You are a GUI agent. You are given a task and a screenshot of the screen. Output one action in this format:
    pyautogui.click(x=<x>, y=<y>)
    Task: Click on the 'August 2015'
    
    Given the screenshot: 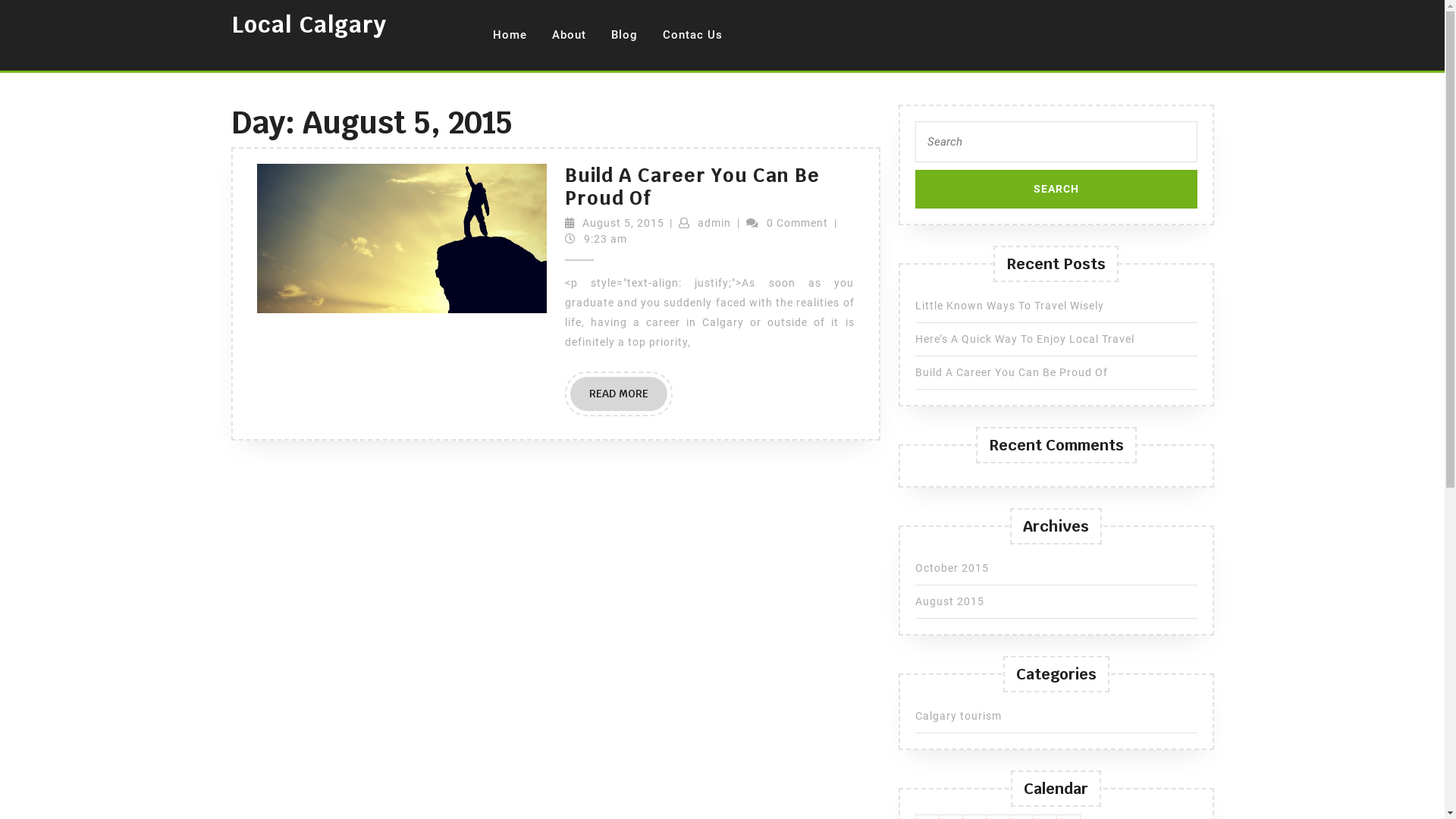 What is the action you would take?
    pyautogui.click(x=948, y=601)
    